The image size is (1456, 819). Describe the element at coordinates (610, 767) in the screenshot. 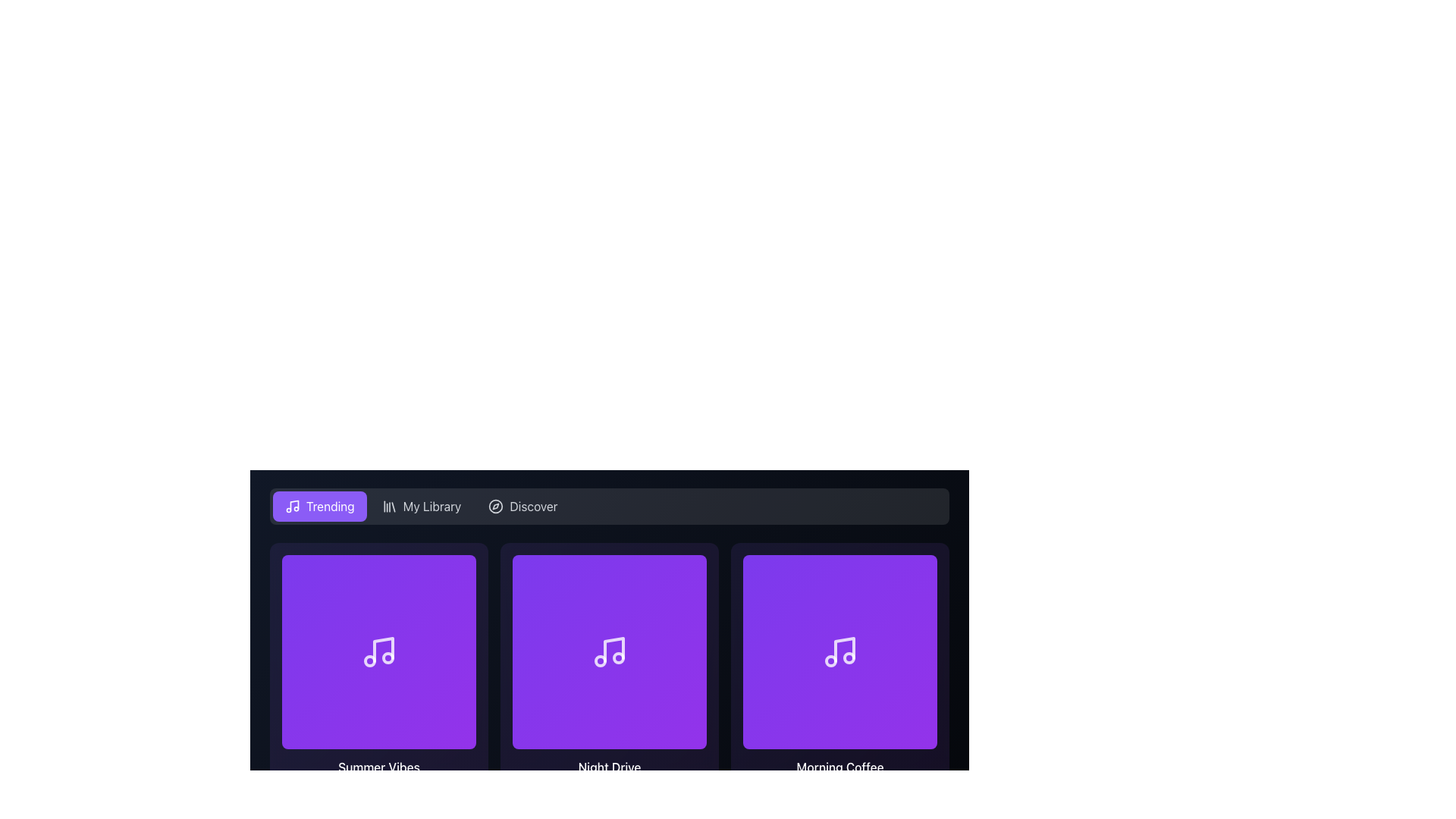

I see `the text label displaying 'Night Drive' located at the bottom of a card interface with a vibrant purple background gradient` at that location.